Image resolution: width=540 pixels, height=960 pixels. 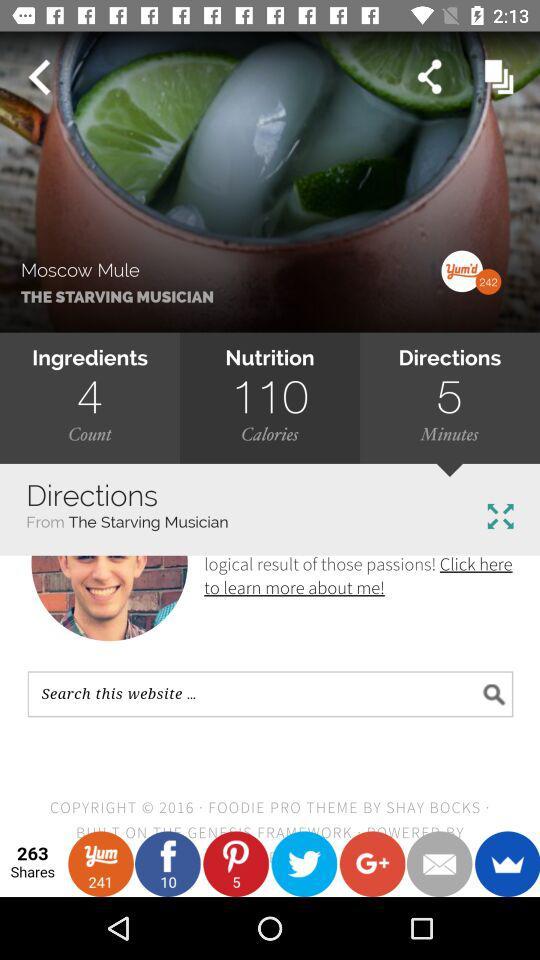 What do you see at coordinates (428, 77) in the screenshot?
I see `the share icon` at bounding box center [428, 77].